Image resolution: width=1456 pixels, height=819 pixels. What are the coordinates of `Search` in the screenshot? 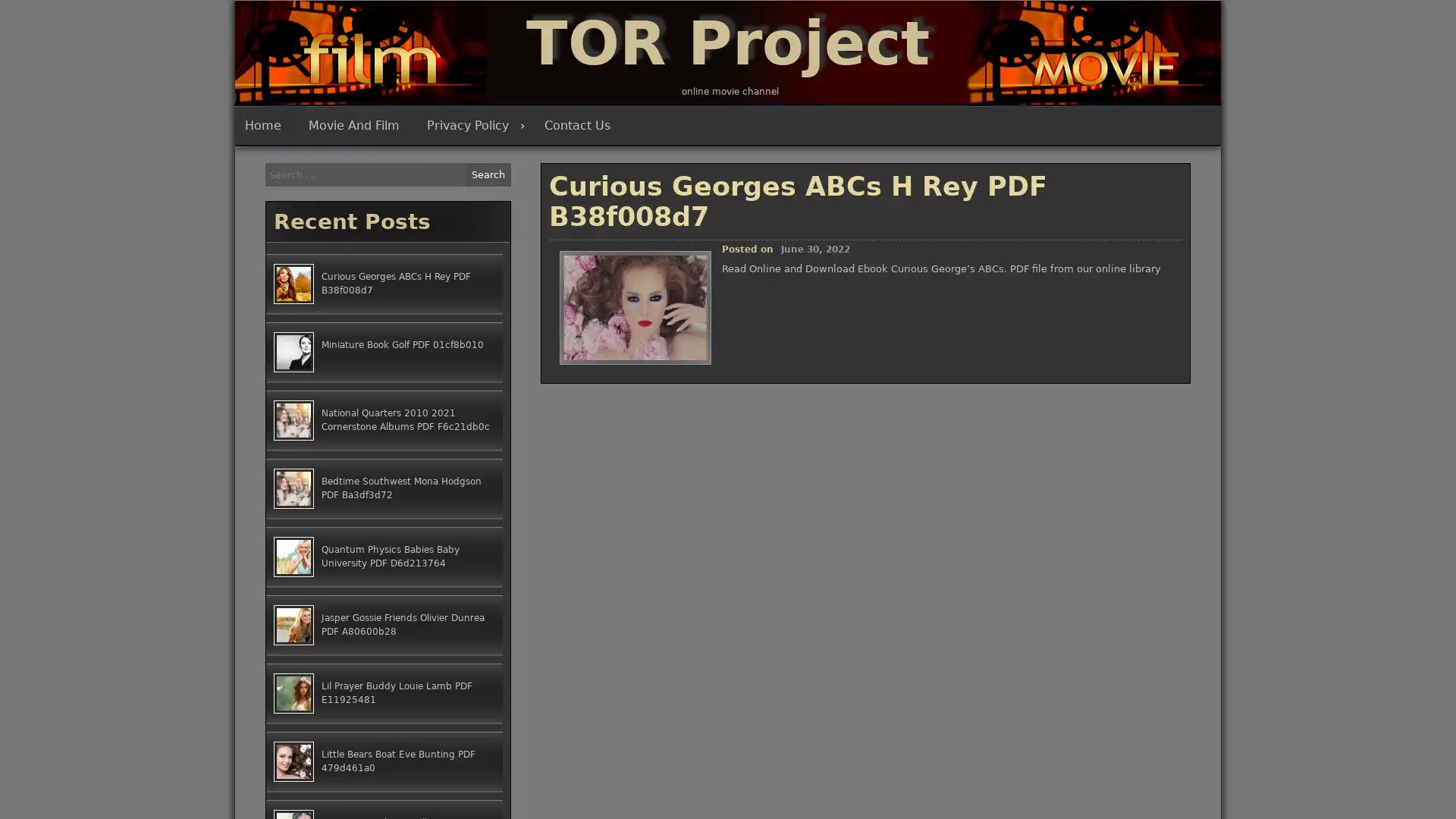 It's located at (488, 174).